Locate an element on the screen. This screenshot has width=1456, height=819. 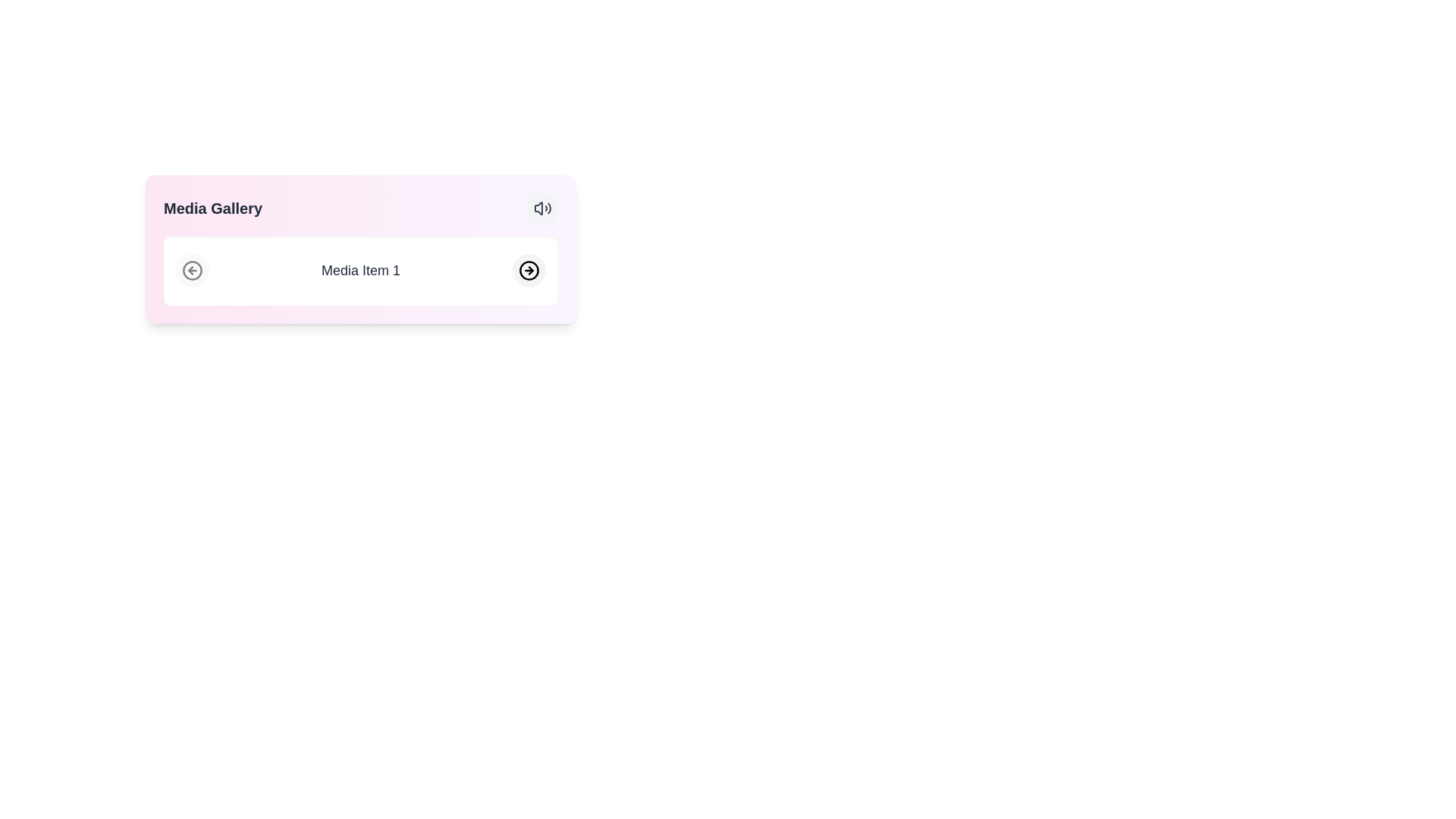
the circular action button located at the far right side of the interactive panel labeled 'Media Item 1' is located at coordinates (529, 270).